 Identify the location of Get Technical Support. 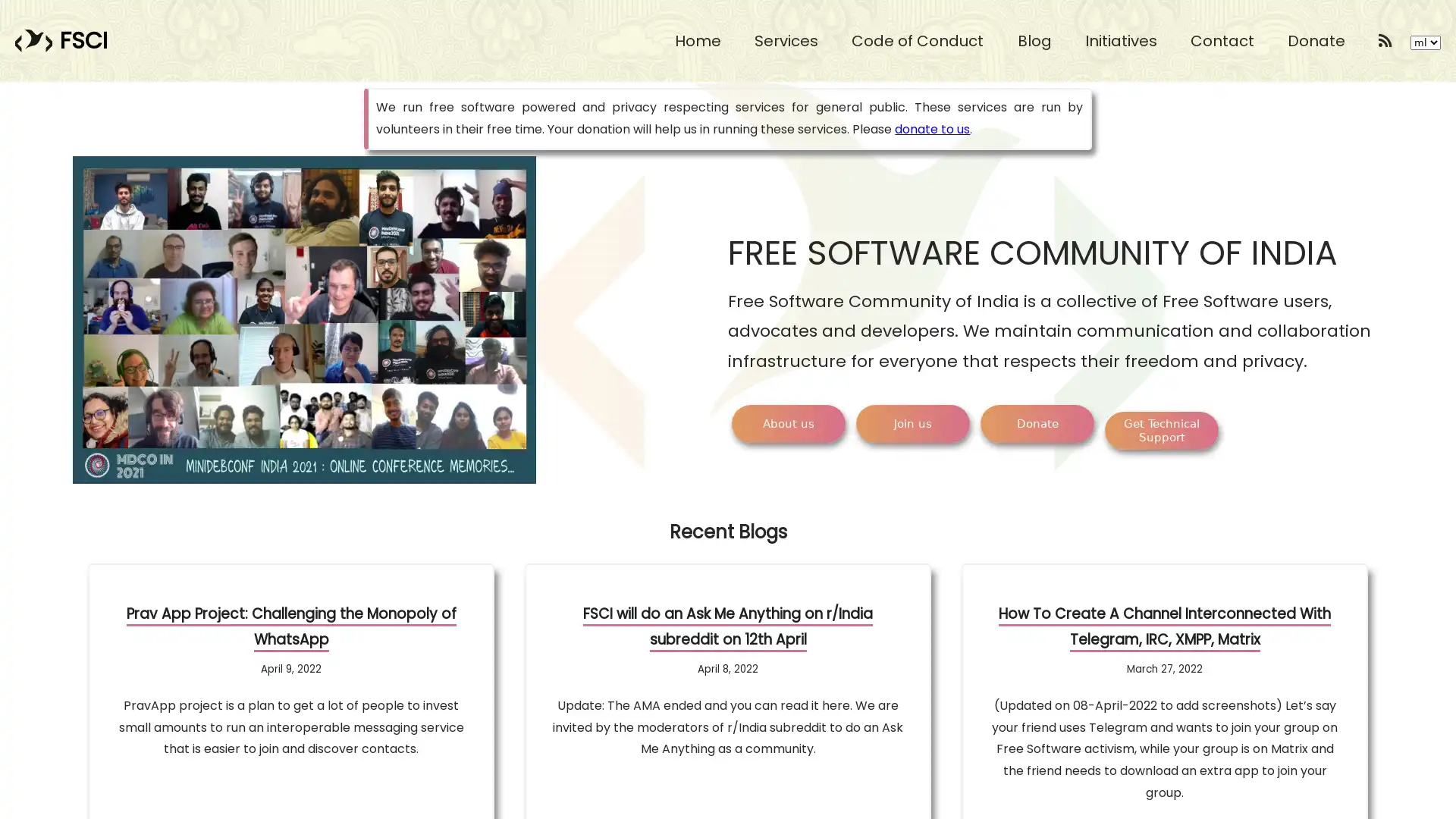
(1160, 430).